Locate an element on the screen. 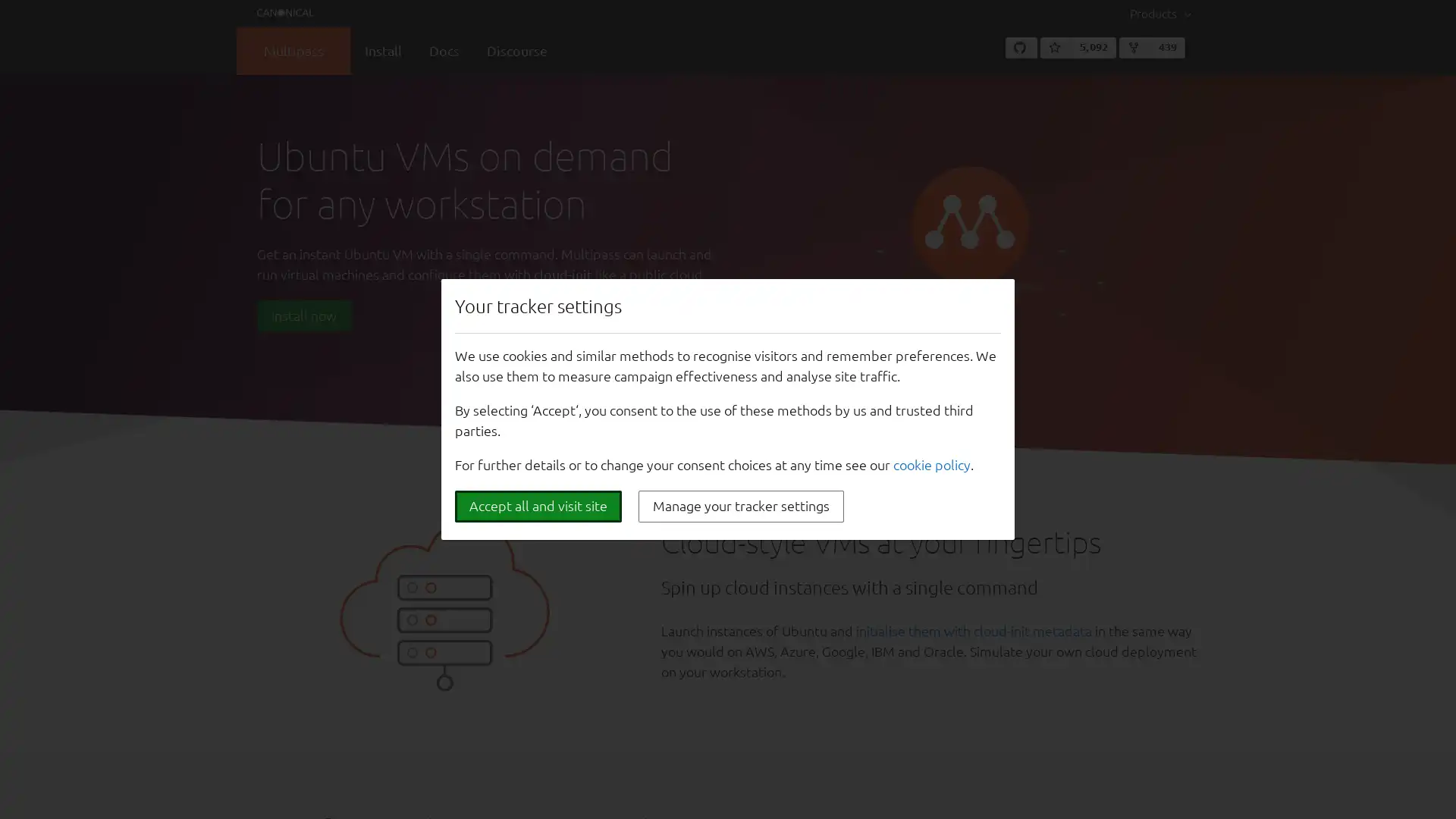  Accept all and visit site is located at coordinates (538, 506).